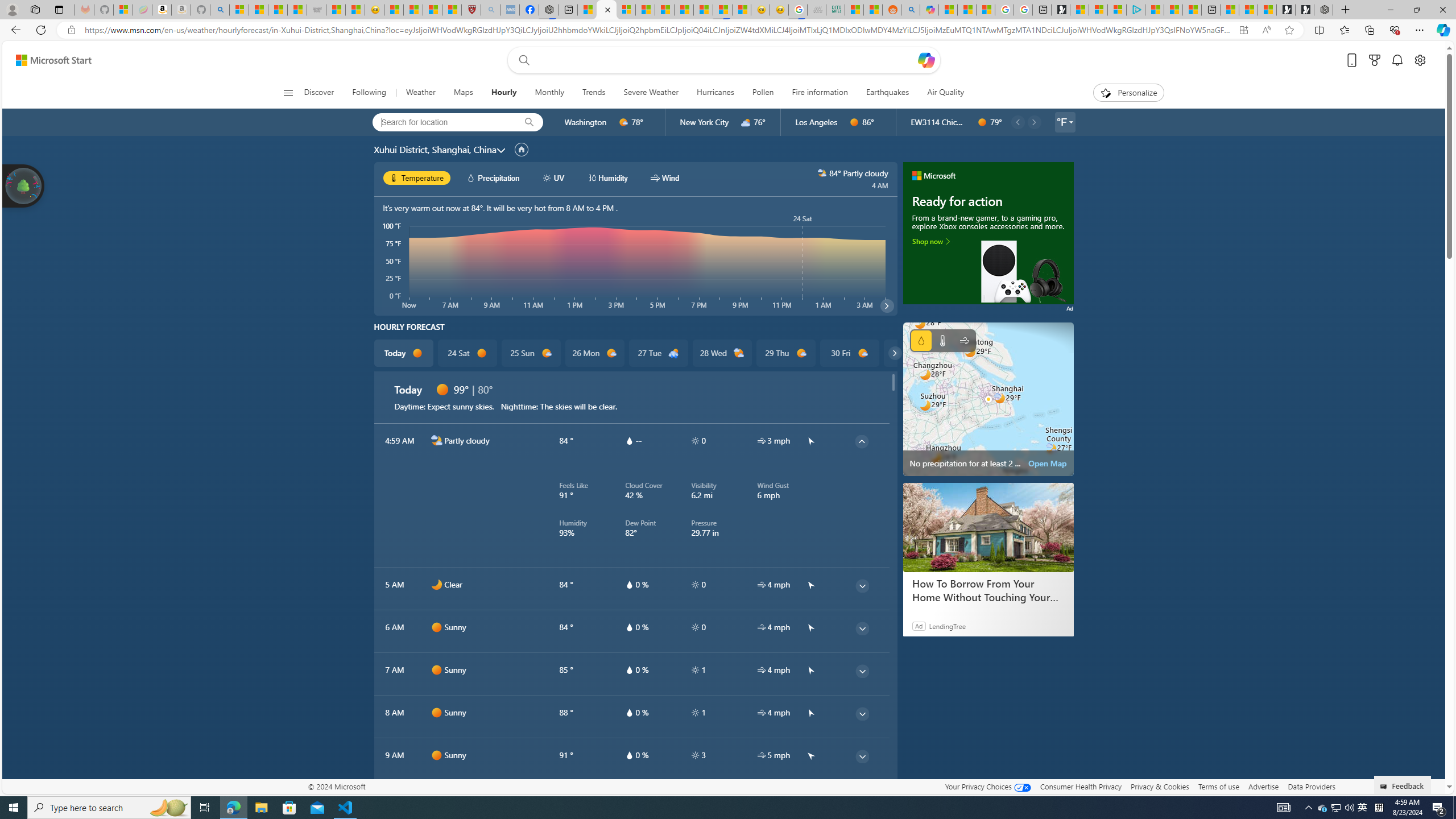  I want to click on 'Hurricanes', so click(715, 92).